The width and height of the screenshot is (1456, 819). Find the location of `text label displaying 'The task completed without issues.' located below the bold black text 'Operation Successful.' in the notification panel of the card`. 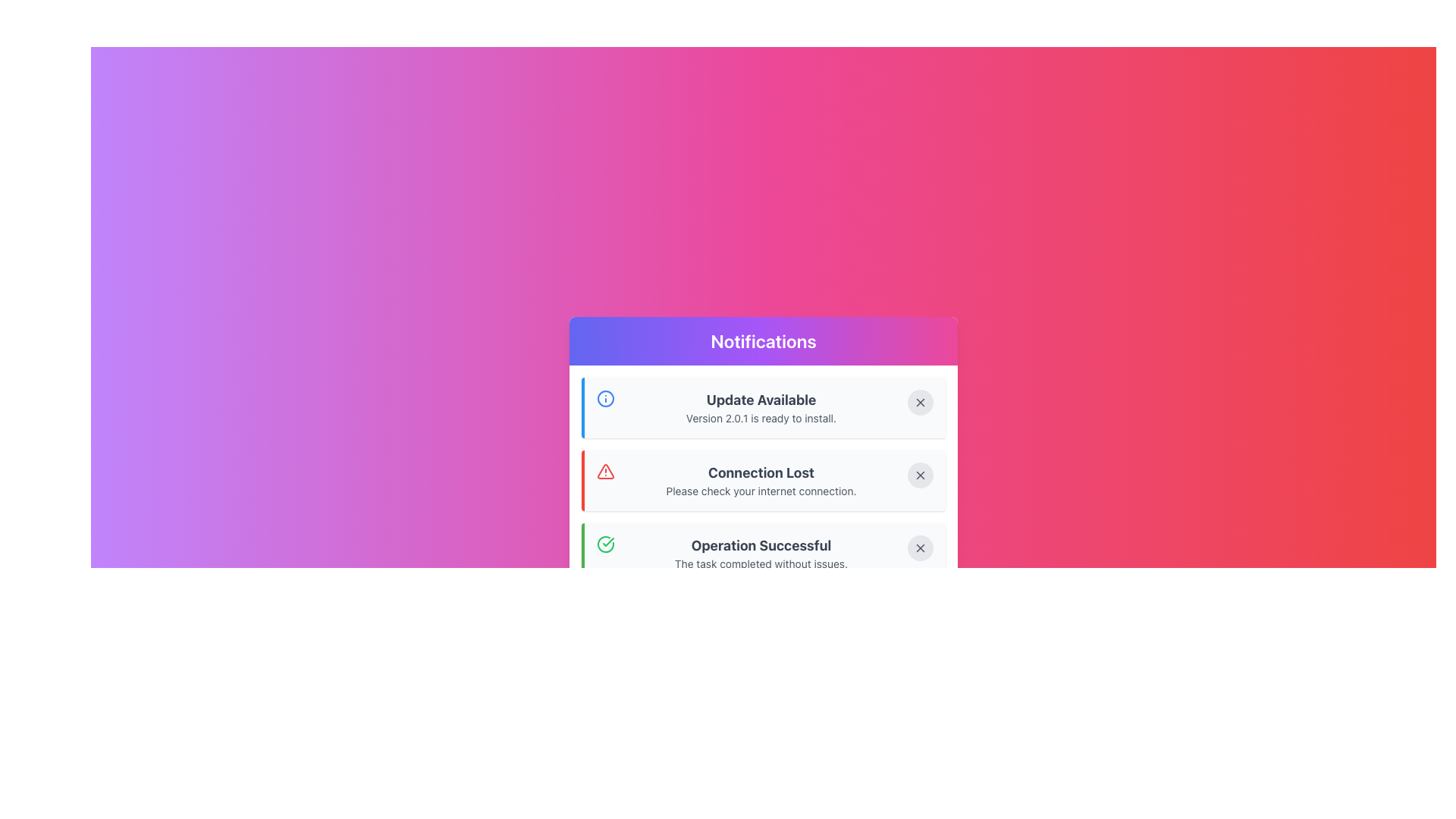

text label displaying 'The task completed without issues.' located below the bold black text 'Operation Successful.' in the notification panel of the card is located at coordinates (761, 564).